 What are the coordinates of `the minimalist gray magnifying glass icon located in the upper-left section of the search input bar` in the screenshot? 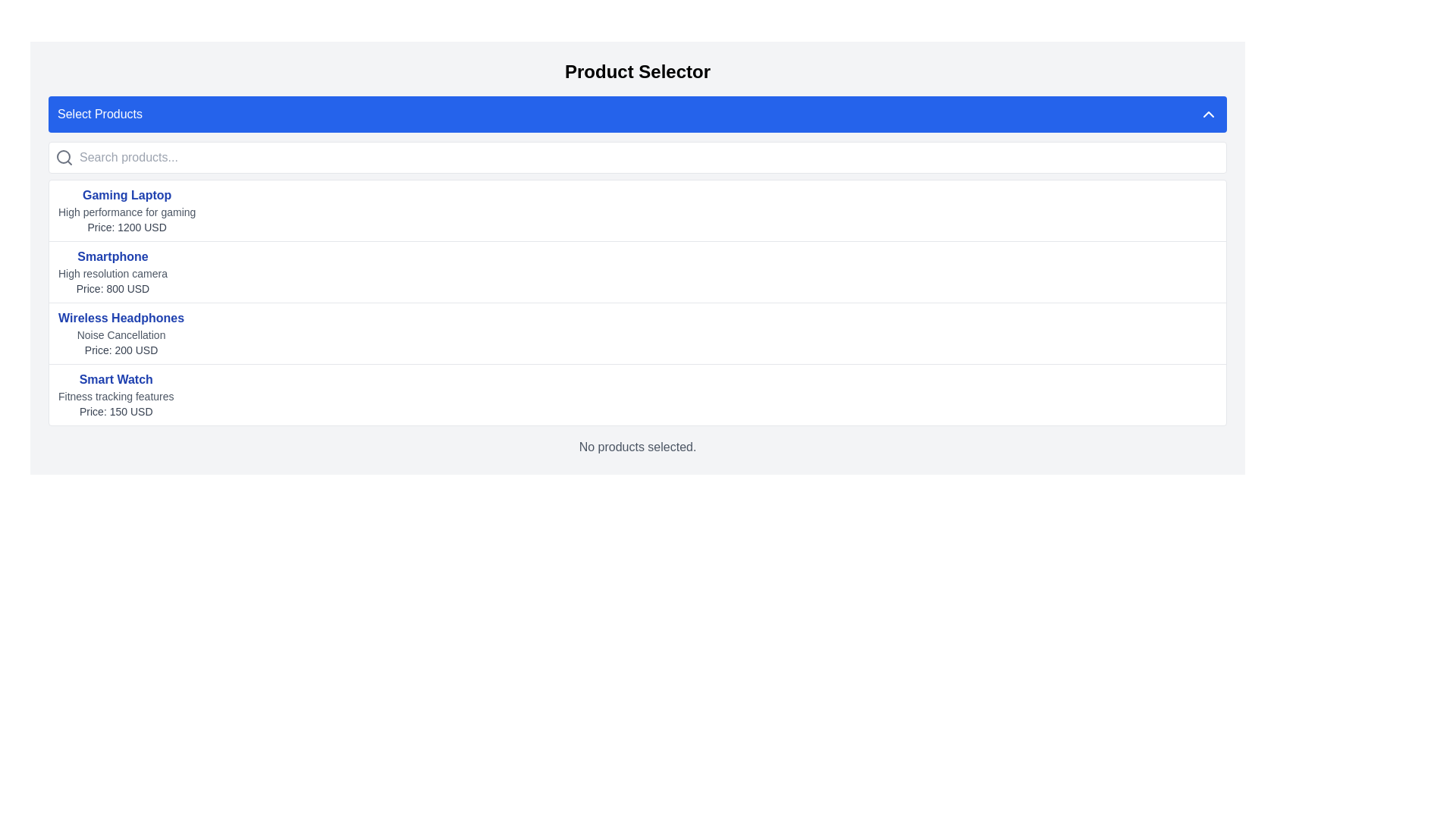 It's located at (64, 158).